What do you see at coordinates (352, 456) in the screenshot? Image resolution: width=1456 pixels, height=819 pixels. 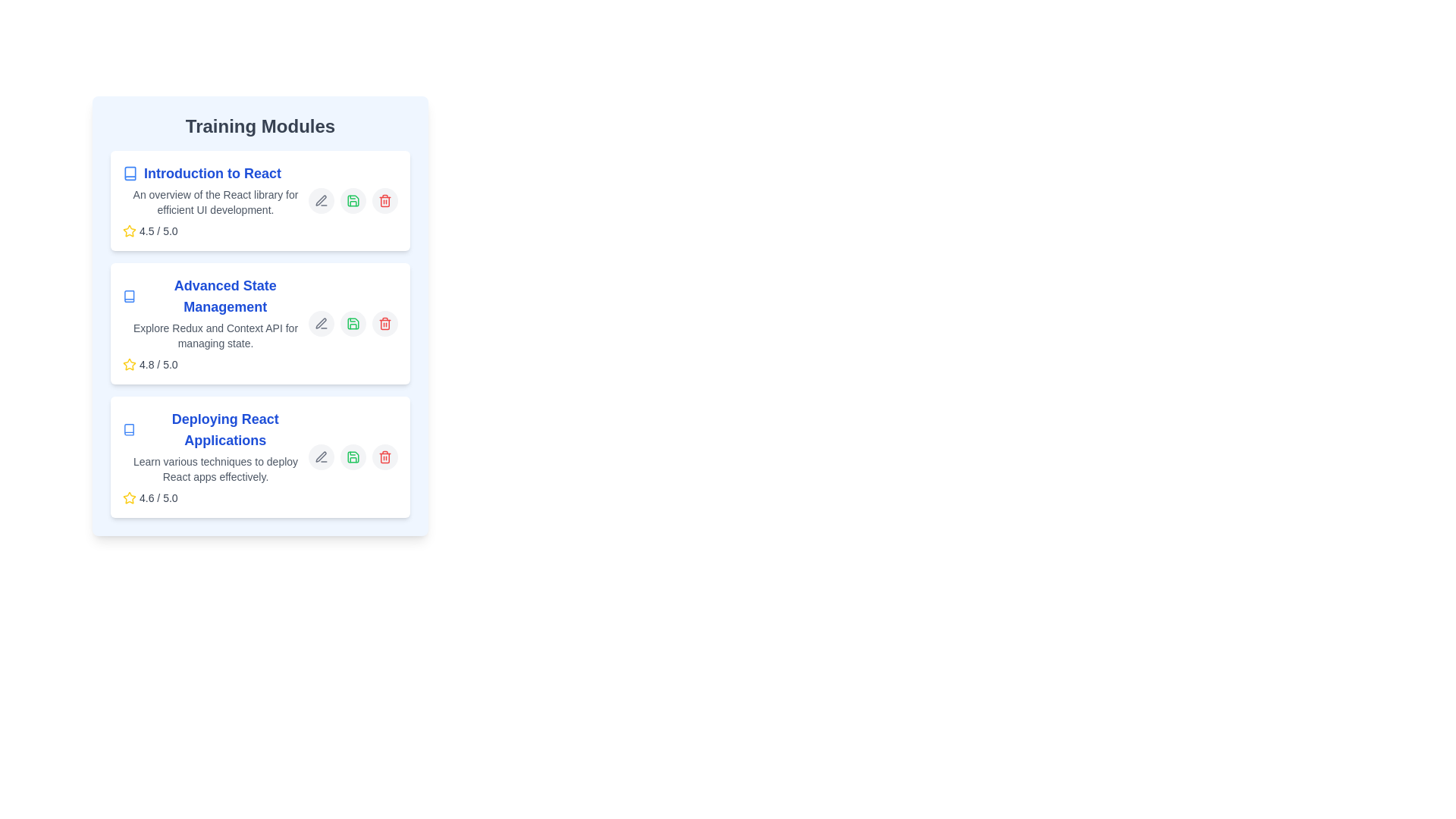 I see `the green document-like icon button in the action area of the 'Deploying React Applications' card` at bounding box center [352, 456].